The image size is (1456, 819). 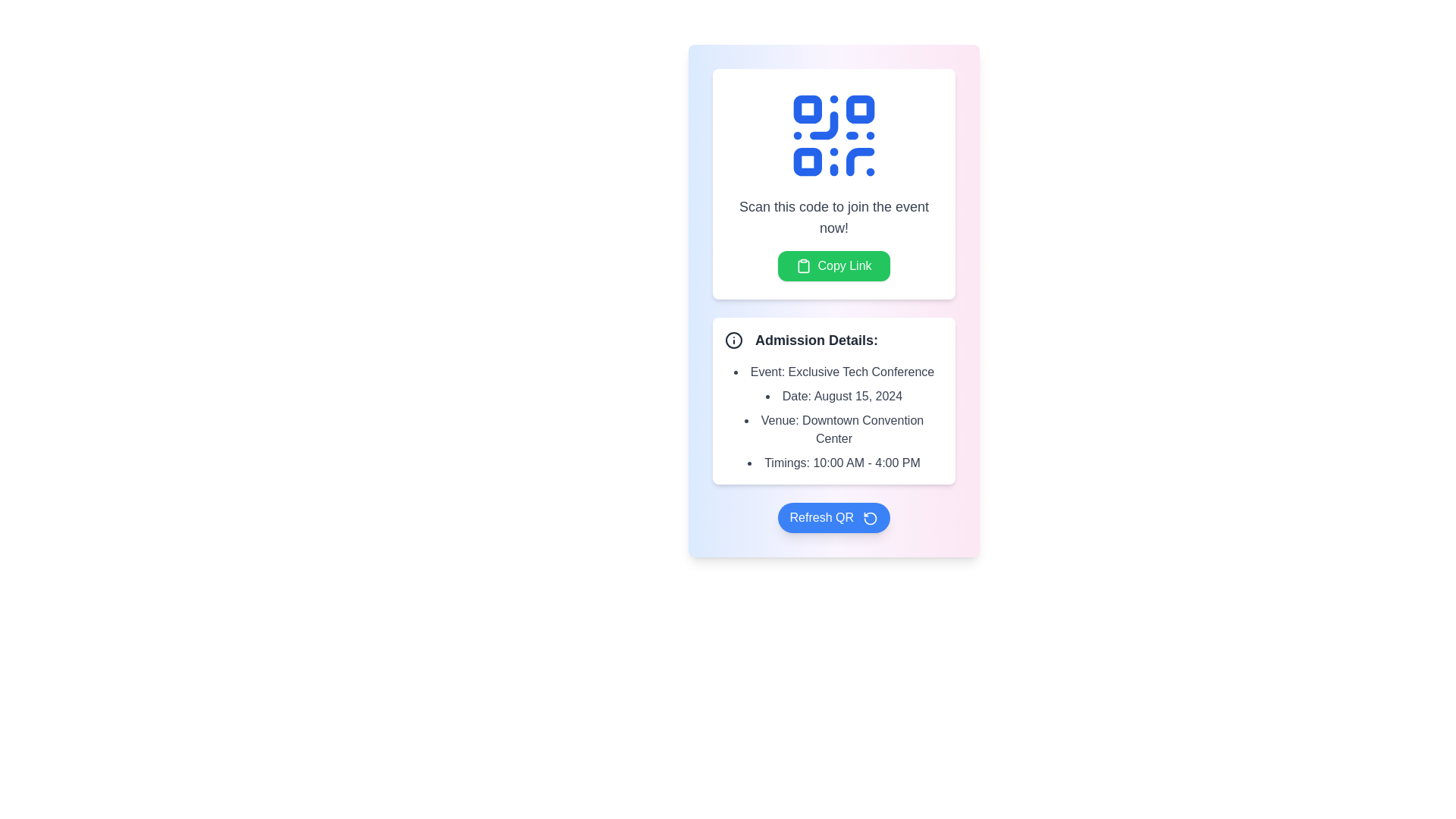 What do you see at coordinates (807, 162) in the screenshot?
I see `the small blue square with a white interior and rounded corners, which is the third rectangular component from the left in the second row of the QR code design at the top of the interface` at bounding box center [807, 162].